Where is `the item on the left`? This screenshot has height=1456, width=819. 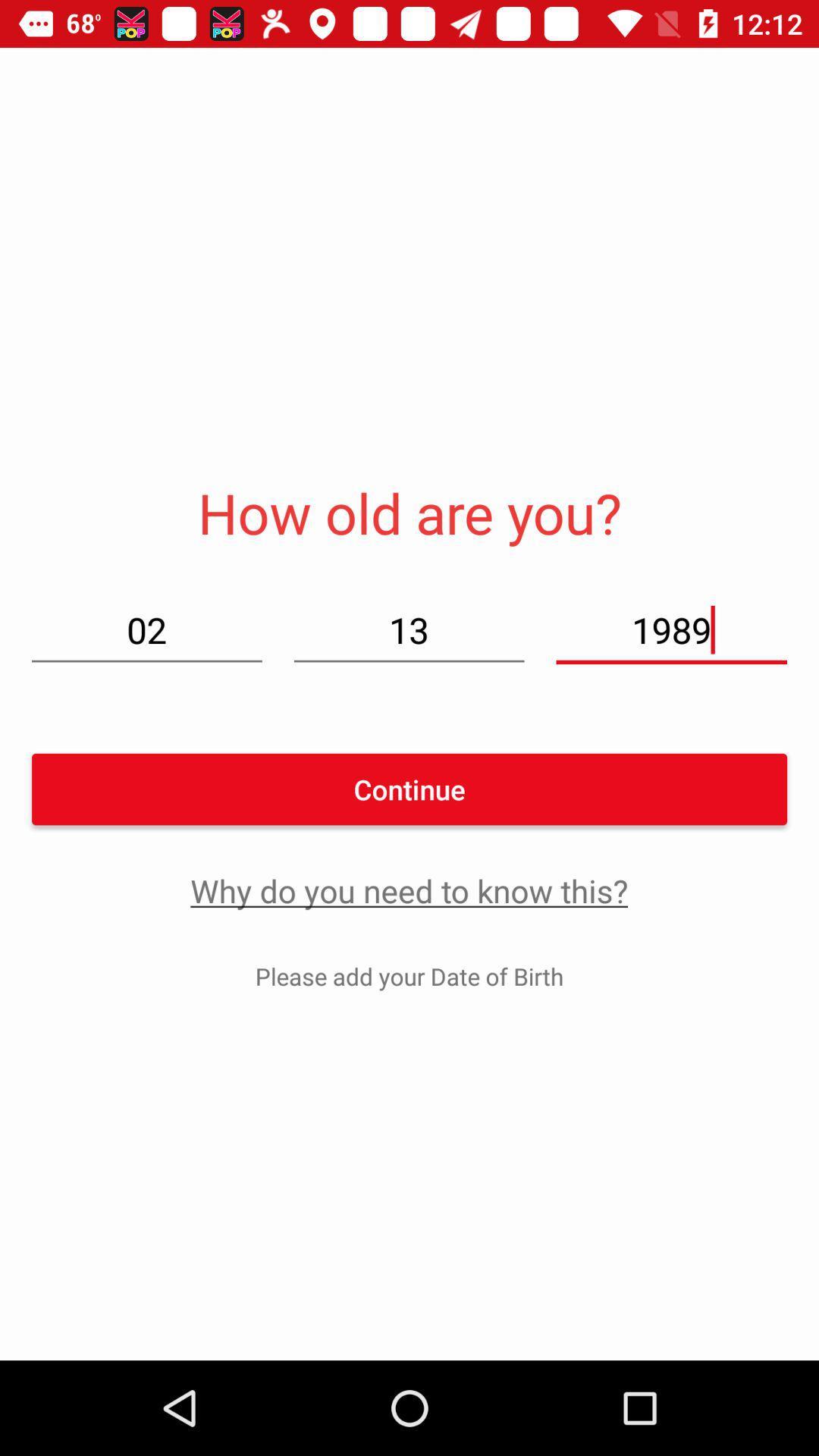
the item on the left is located at coordinates (146, 629).